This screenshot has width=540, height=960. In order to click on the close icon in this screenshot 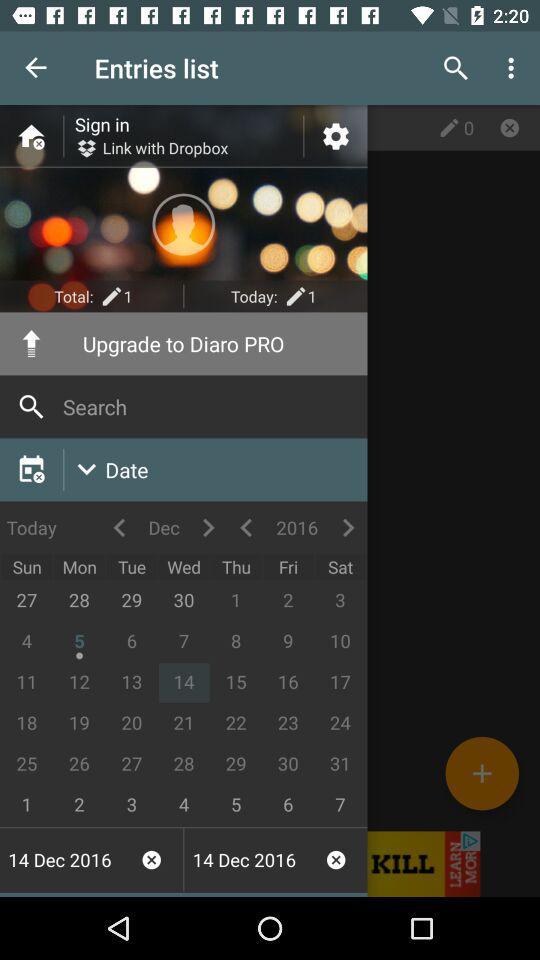, I will do `click(509, 126)`.